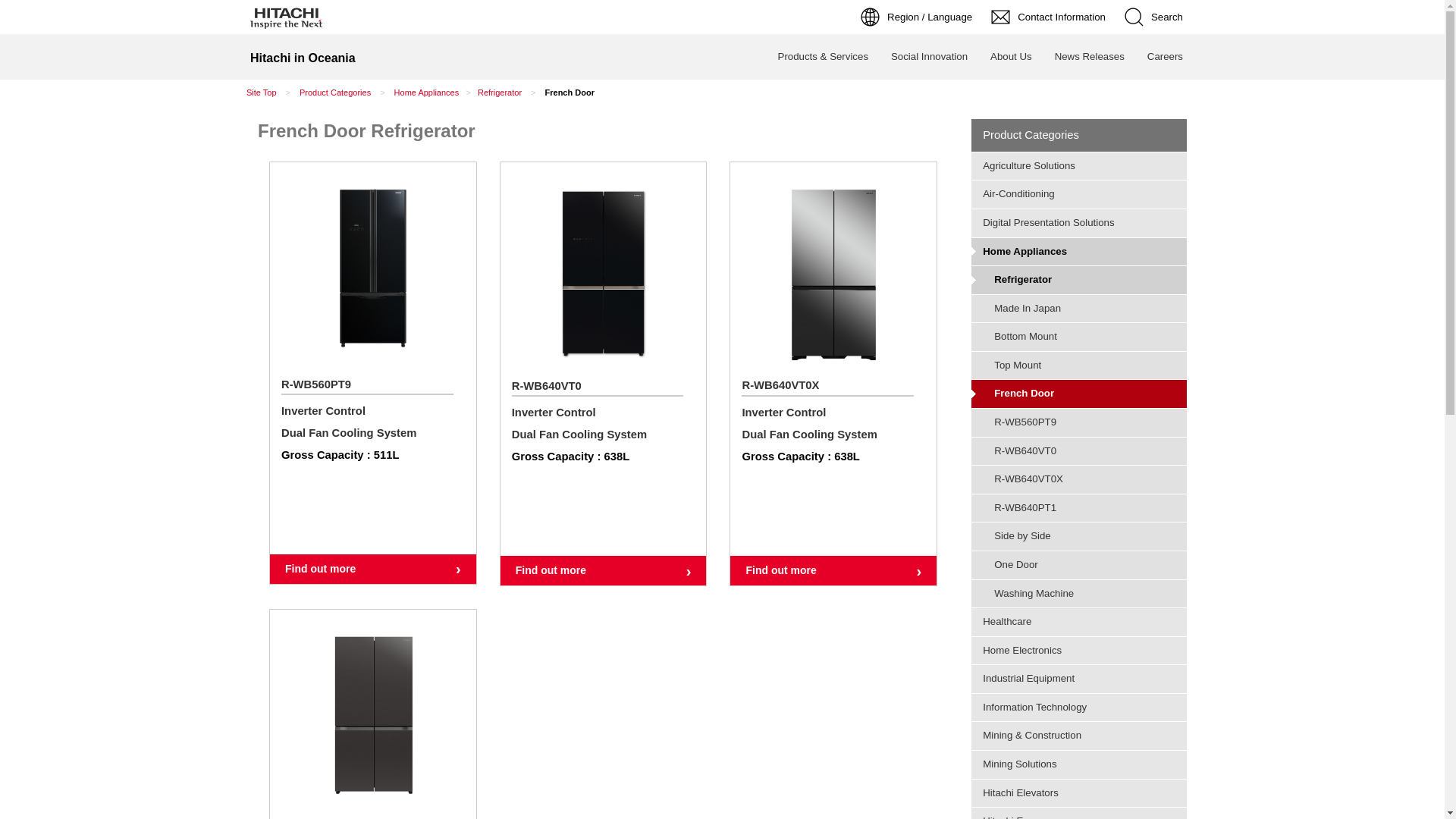  I want to click on 'Agriculture Solutions', so click(1078, 166).